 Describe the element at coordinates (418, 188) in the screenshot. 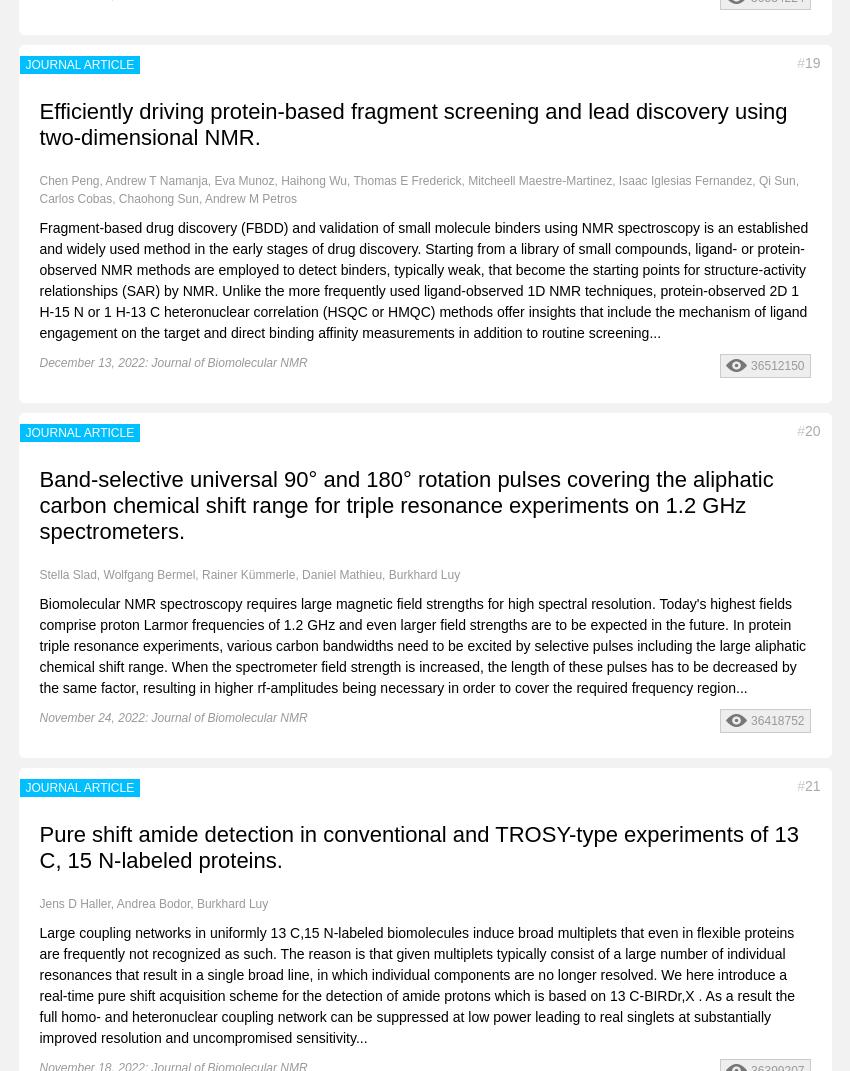

I see `'Chen Peng, Andrew T Namanja, Eva Munoz, Haihong Wu, Thomas E Frederick, Mitcheell Maestre-Martinez, Isaac Iglesias Fernandez, Qi Sun, Carlos Cobas, Chaohong Sun, Andrew M Petros'` at that location.